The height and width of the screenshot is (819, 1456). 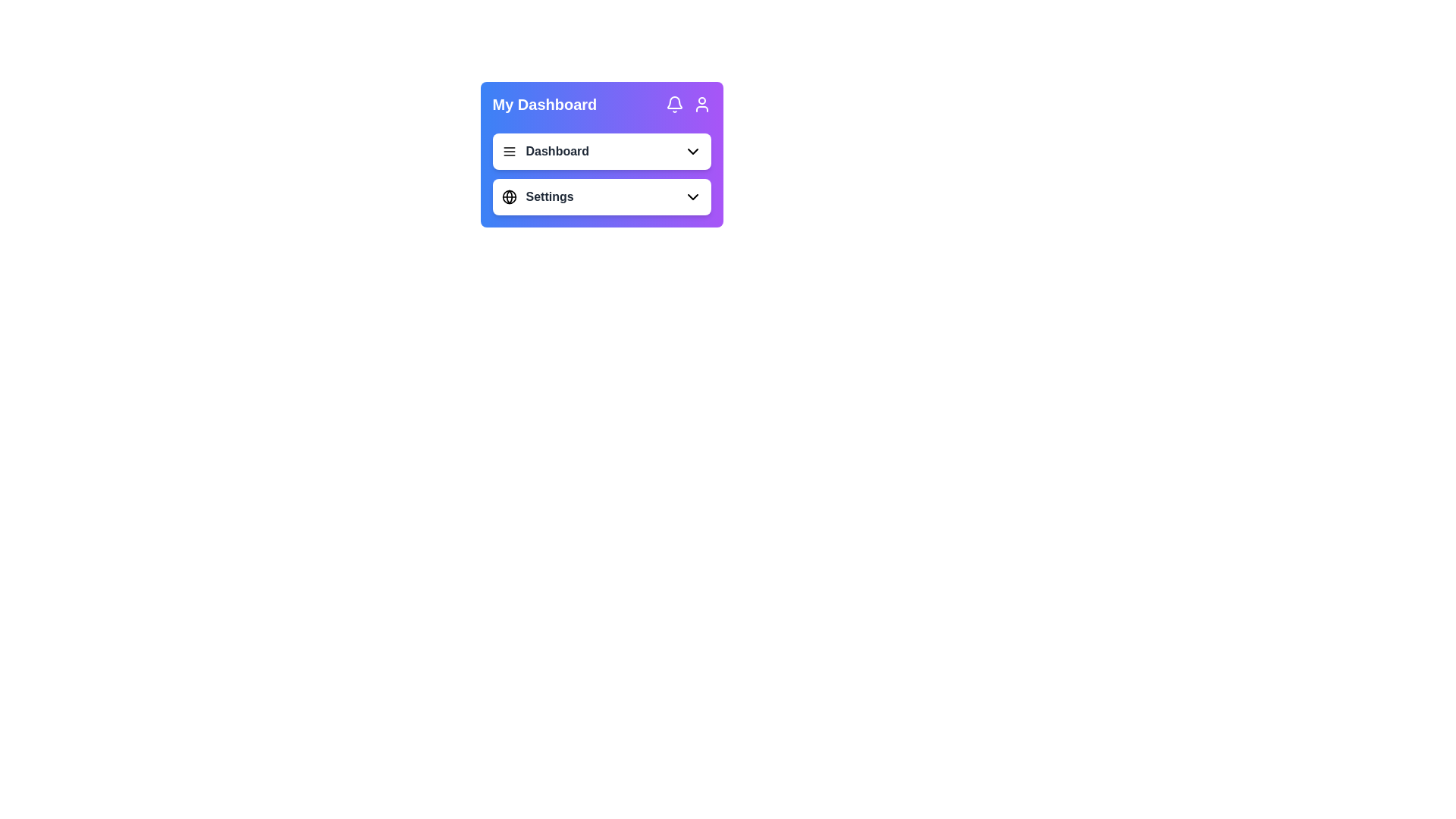 What do you see at coordinates (692, 196) in the screenshot?
I see `the Dropdown Indicator Icon, which is a downward arrow icon located at the far right edge of the 'Settings' button` at bounding box center [692, 196].